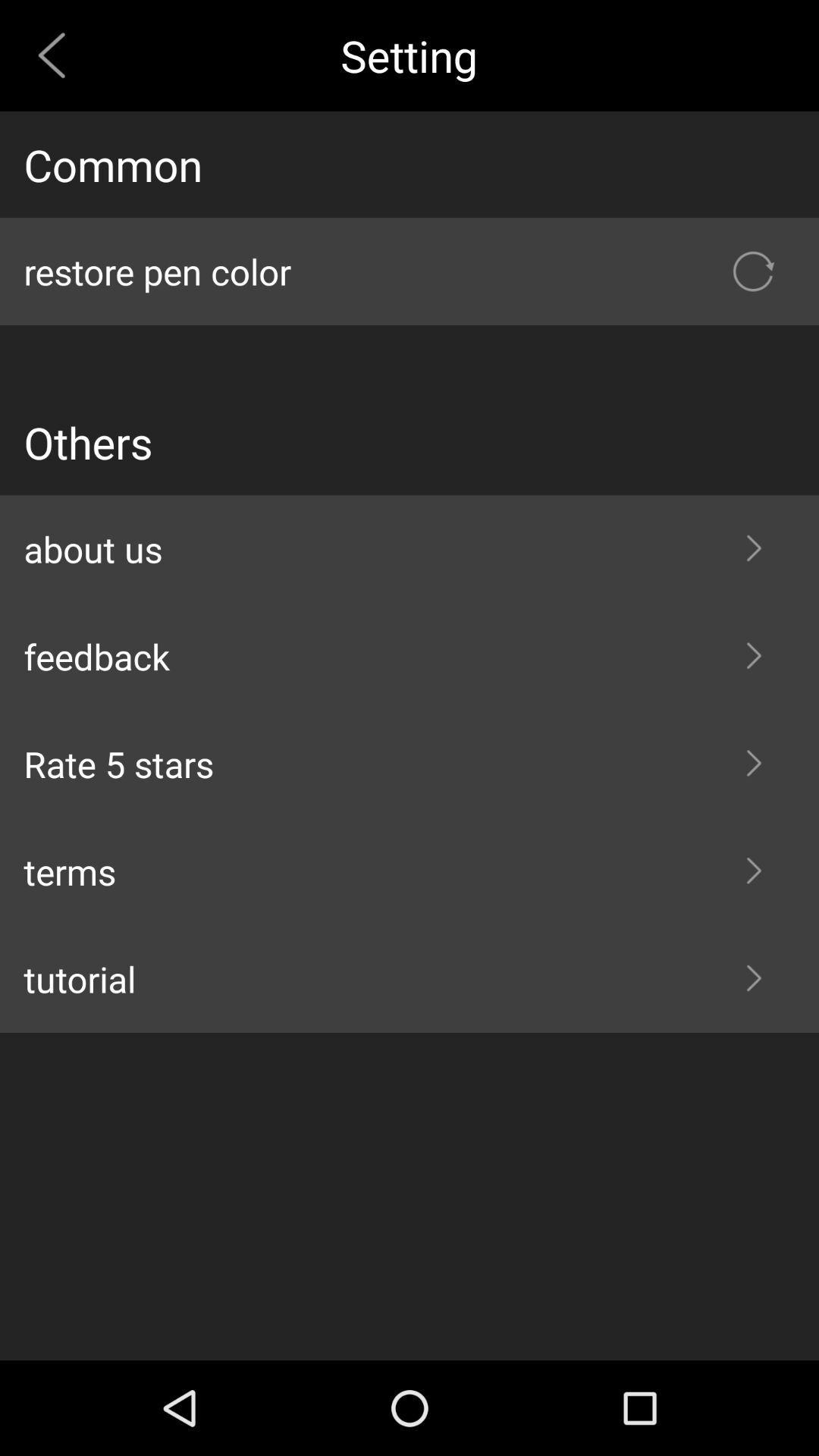  Describe the element at coordinates (409, 764) in the screenshot. I see `the item above terms icon` at that location.